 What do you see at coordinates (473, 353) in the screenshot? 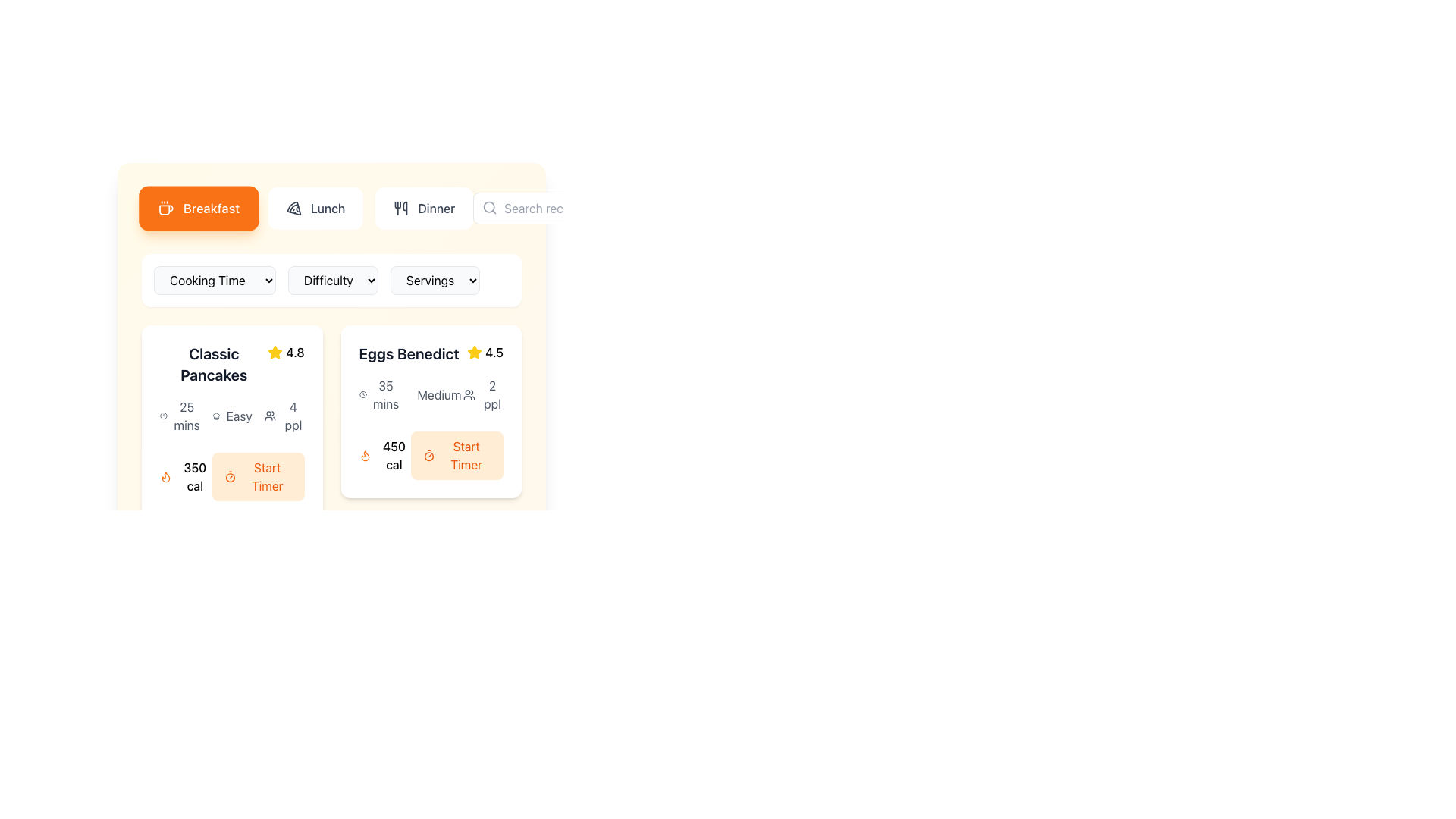
I see `the rating icon representing the 'Eggs Benedict' entry, located to the left of the text '4.5' in the second column of a two-column layout` at bounding box center [473, 353].